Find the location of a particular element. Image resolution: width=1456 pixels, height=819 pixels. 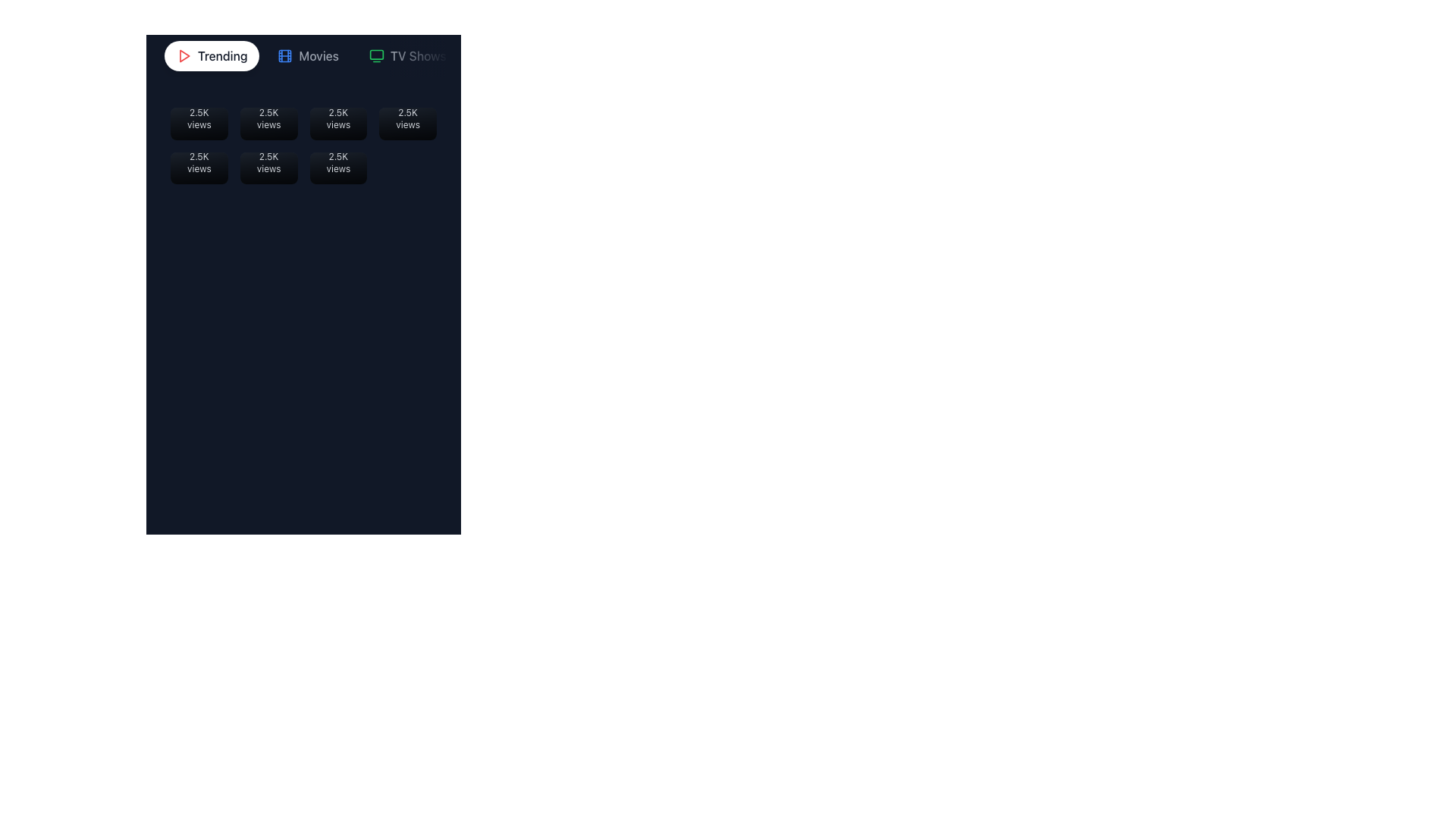

the informational Text label displaying the number of views for the associated content, positioned below 'Content Title 1' is located at coordinates (198, 118).